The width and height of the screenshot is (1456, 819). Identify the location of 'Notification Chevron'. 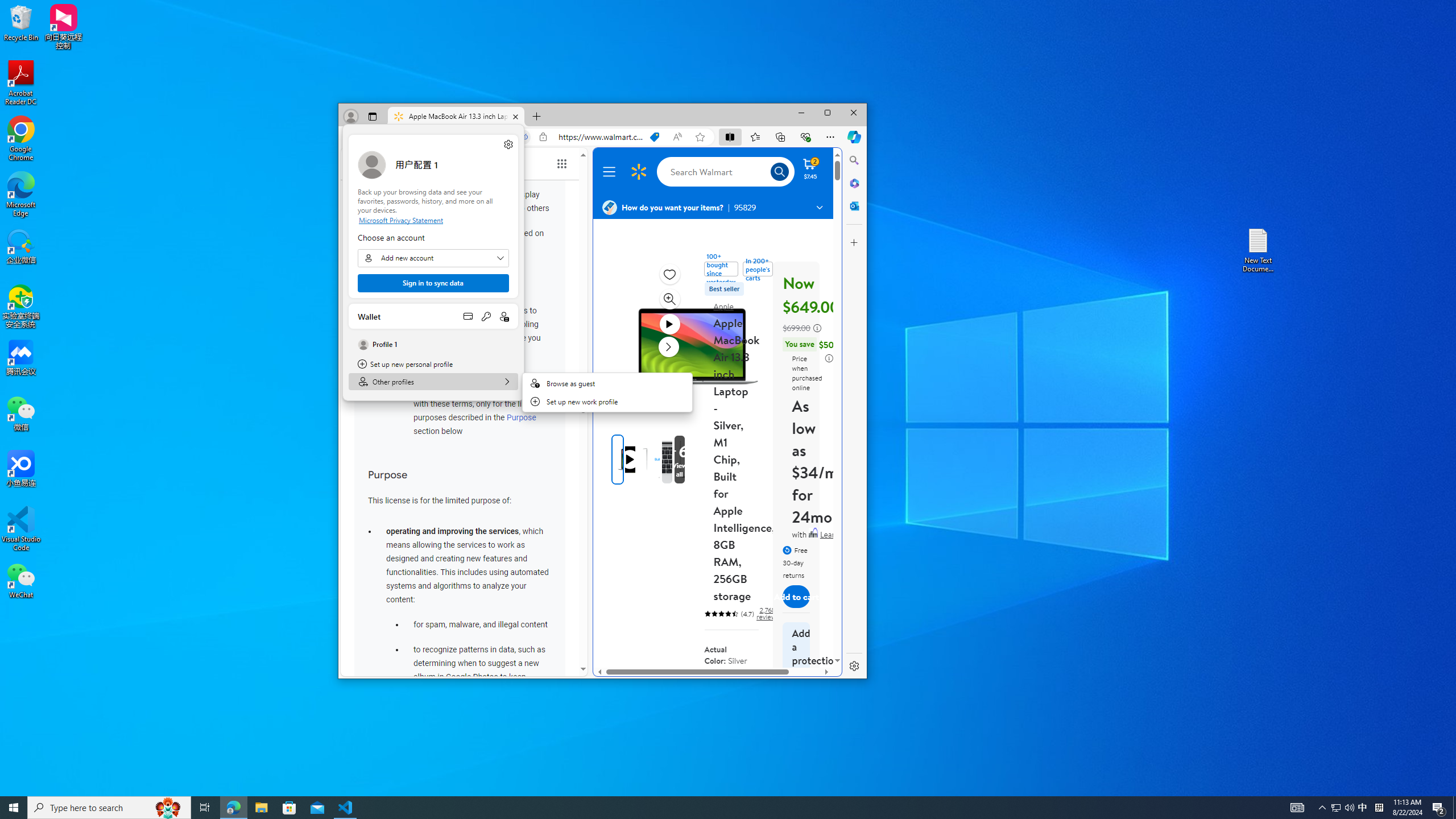
(1322, 806).